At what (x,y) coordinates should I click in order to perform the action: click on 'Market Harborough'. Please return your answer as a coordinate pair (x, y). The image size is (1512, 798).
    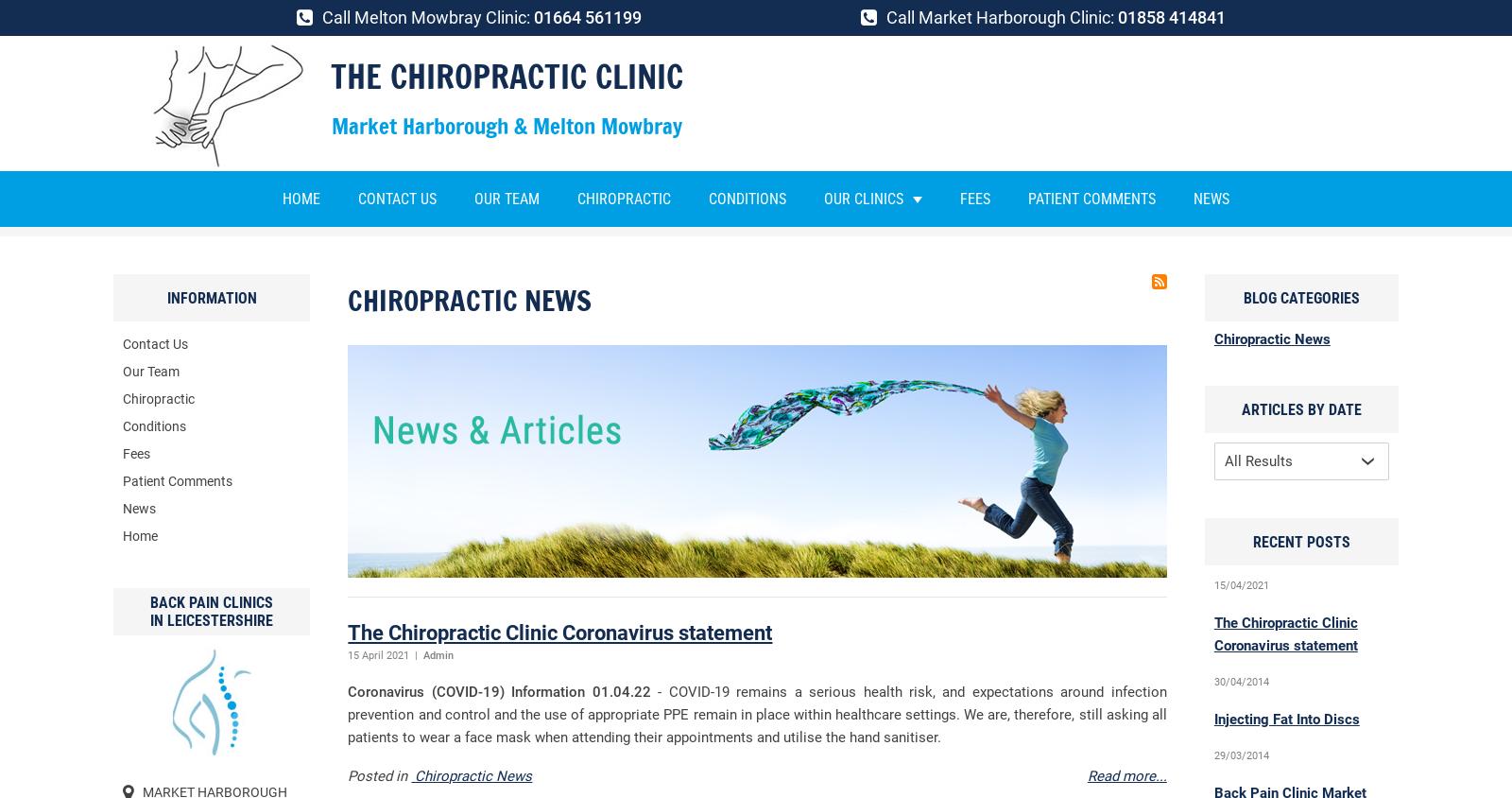
    Looking at the image, I should click on (917, 247).